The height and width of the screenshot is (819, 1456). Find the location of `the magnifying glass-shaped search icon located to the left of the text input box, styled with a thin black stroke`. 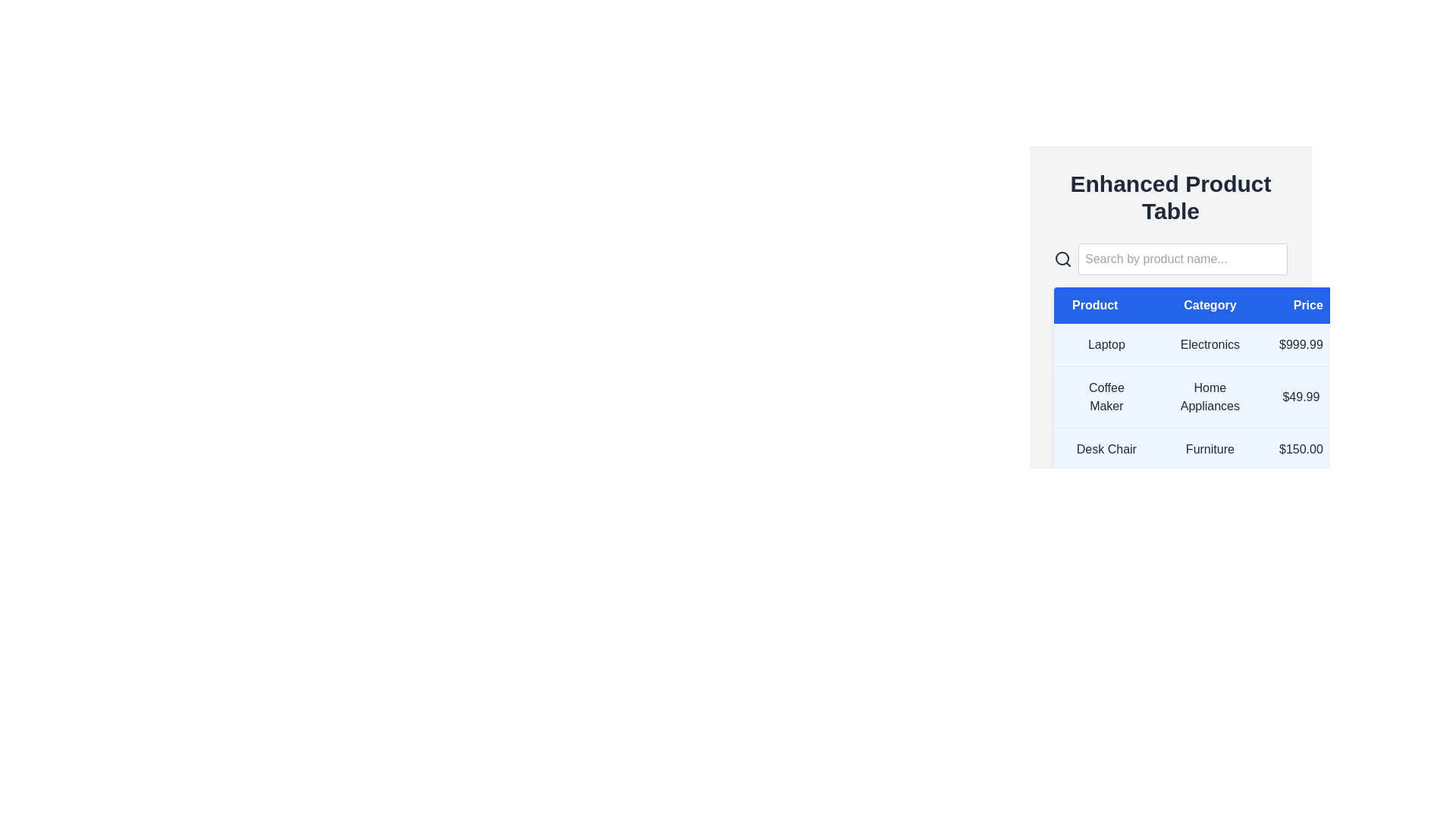

the magnifying glass-shaped search icon located to the left of the text input box, styled with a thin black stroke is located at coordinates (1062, 259).